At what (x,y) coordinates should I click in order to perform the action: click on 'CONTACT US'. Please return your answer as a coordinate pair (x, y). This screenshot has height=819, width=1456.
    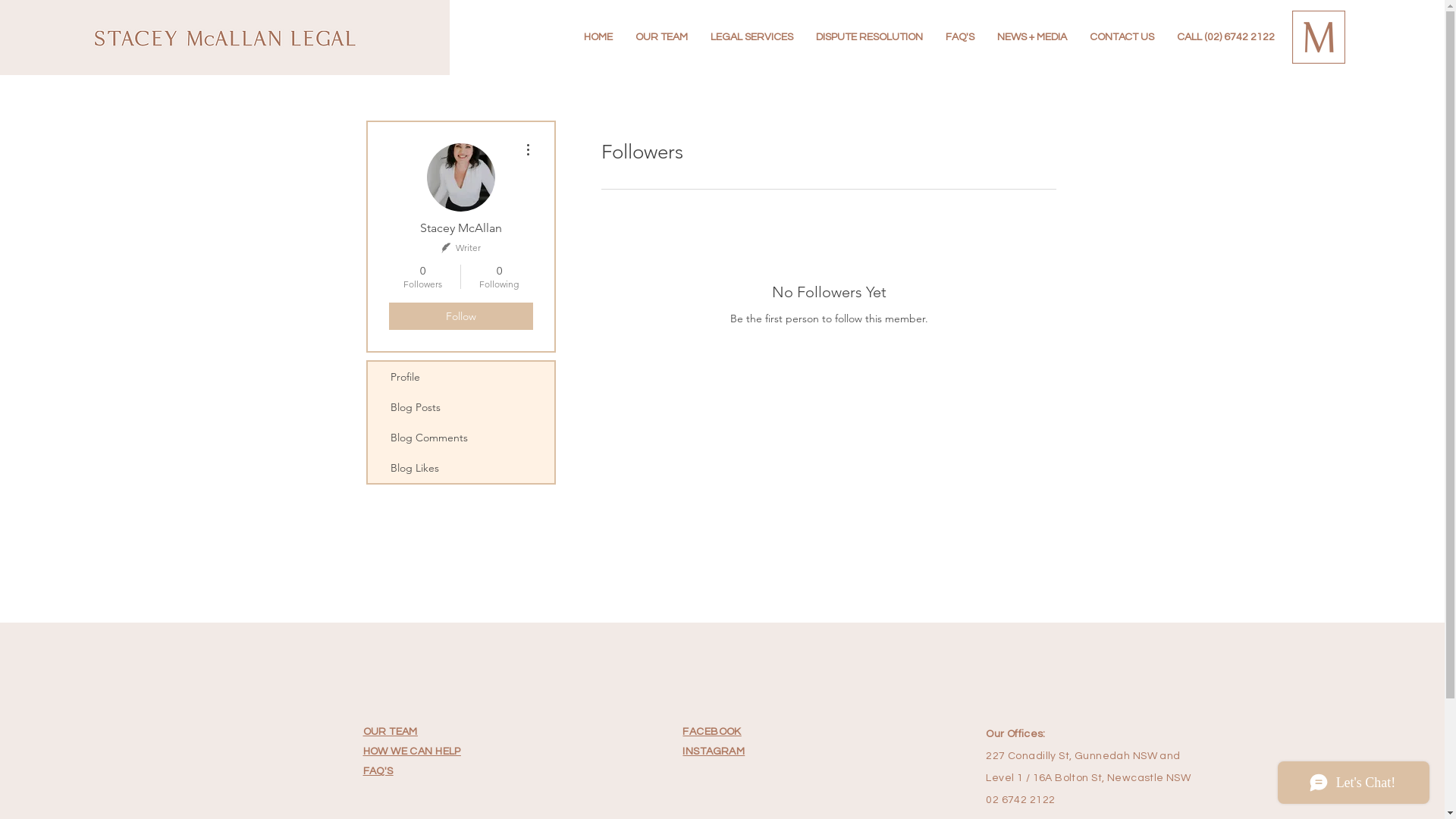
    Looking at the image, I should click on (1077, 36).